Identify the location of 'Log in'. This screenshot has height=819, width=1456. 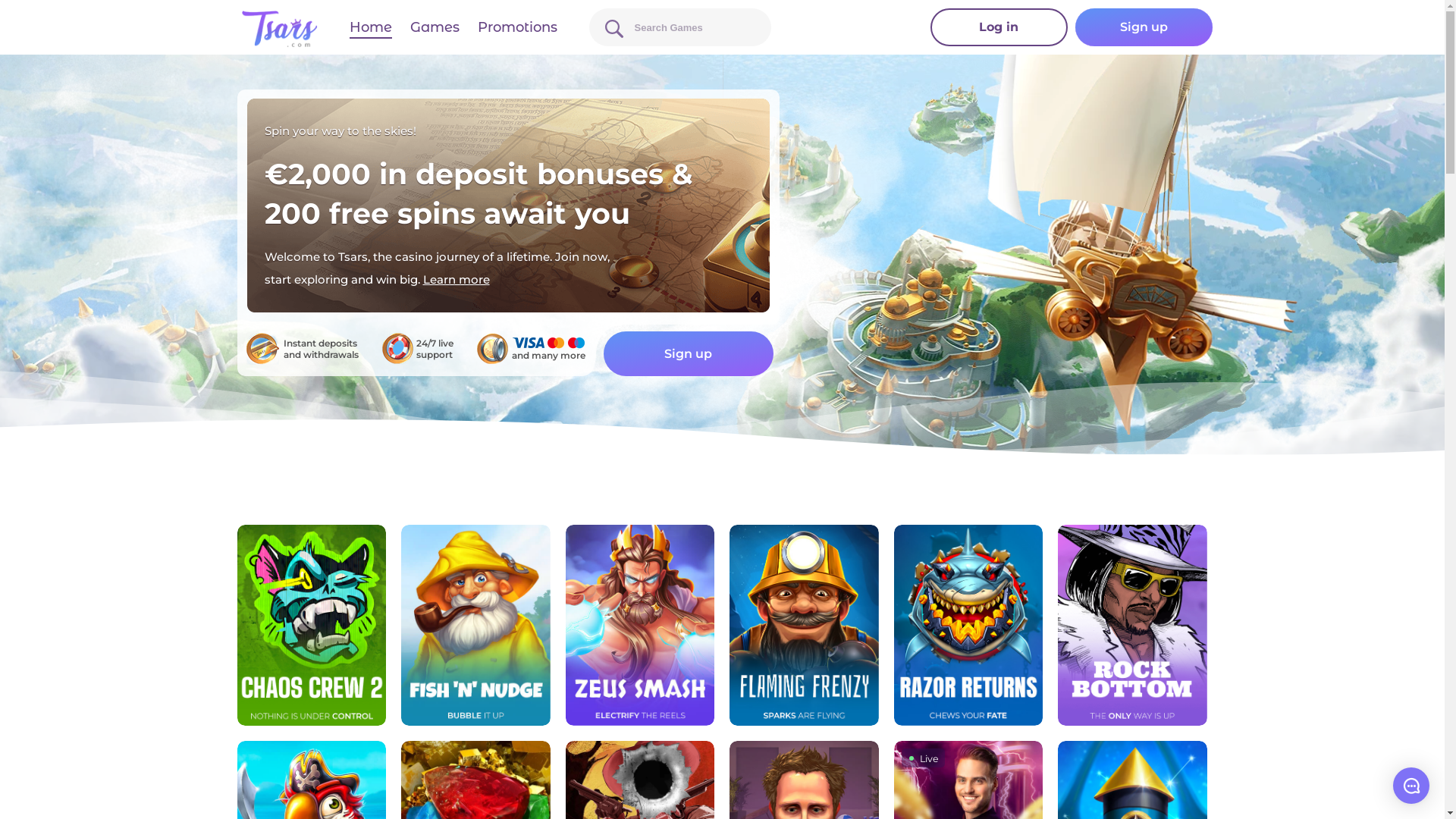
(998, 27).